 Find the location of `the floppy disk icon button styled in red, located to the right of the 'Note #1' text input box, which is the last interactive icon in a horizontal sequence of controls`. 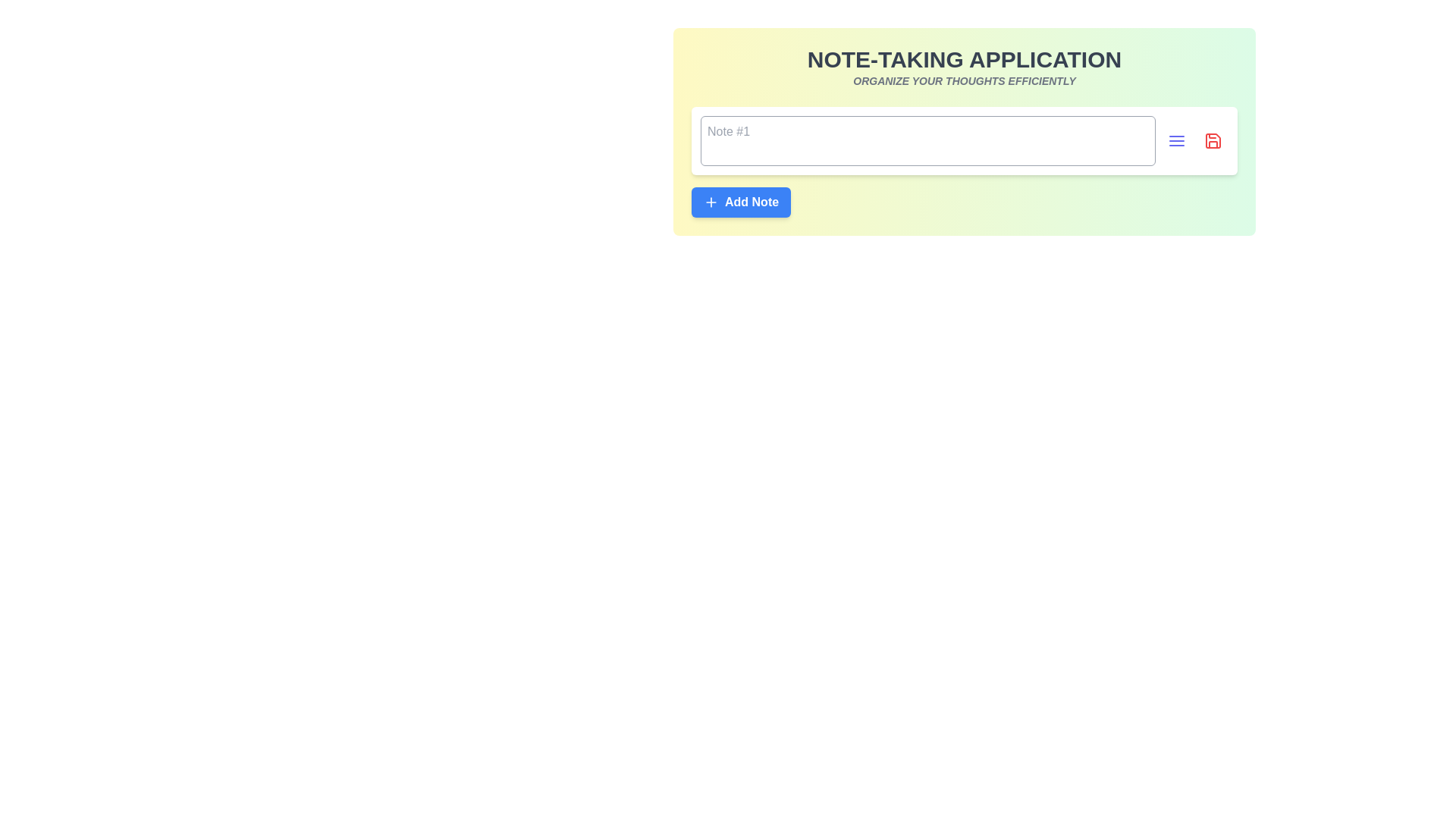

the floppy disk icon button styled in red, located to the right of the 'Note #1' text input box, which is the last interactive icon in a horizontal sequence of controls is located at coordinates (1212, 140).